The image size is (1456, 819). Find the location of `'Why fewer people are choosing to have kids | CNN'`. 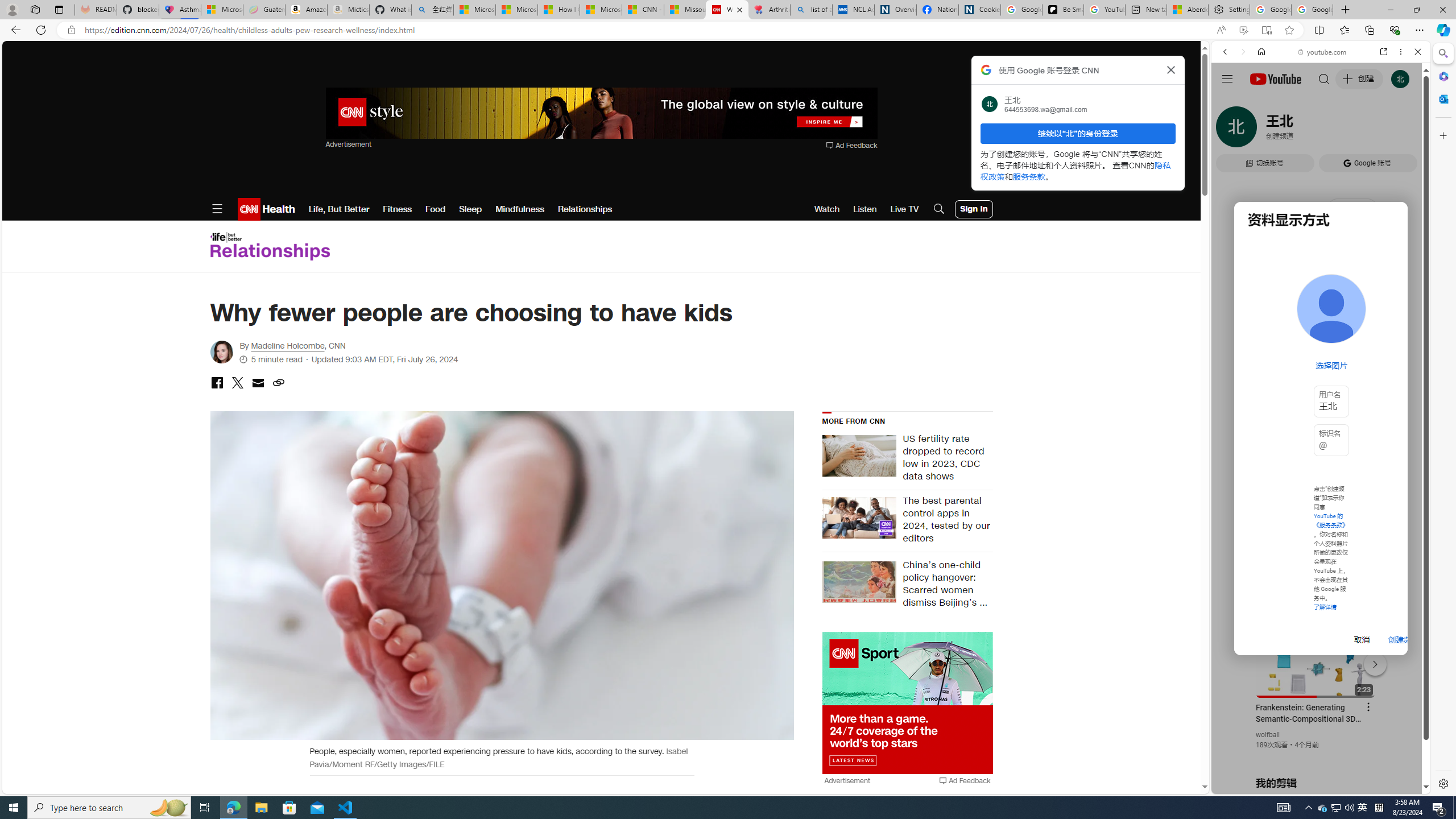

'Why fewer people are choosing to have kids | CNN' is located at coordinates (726, 9).